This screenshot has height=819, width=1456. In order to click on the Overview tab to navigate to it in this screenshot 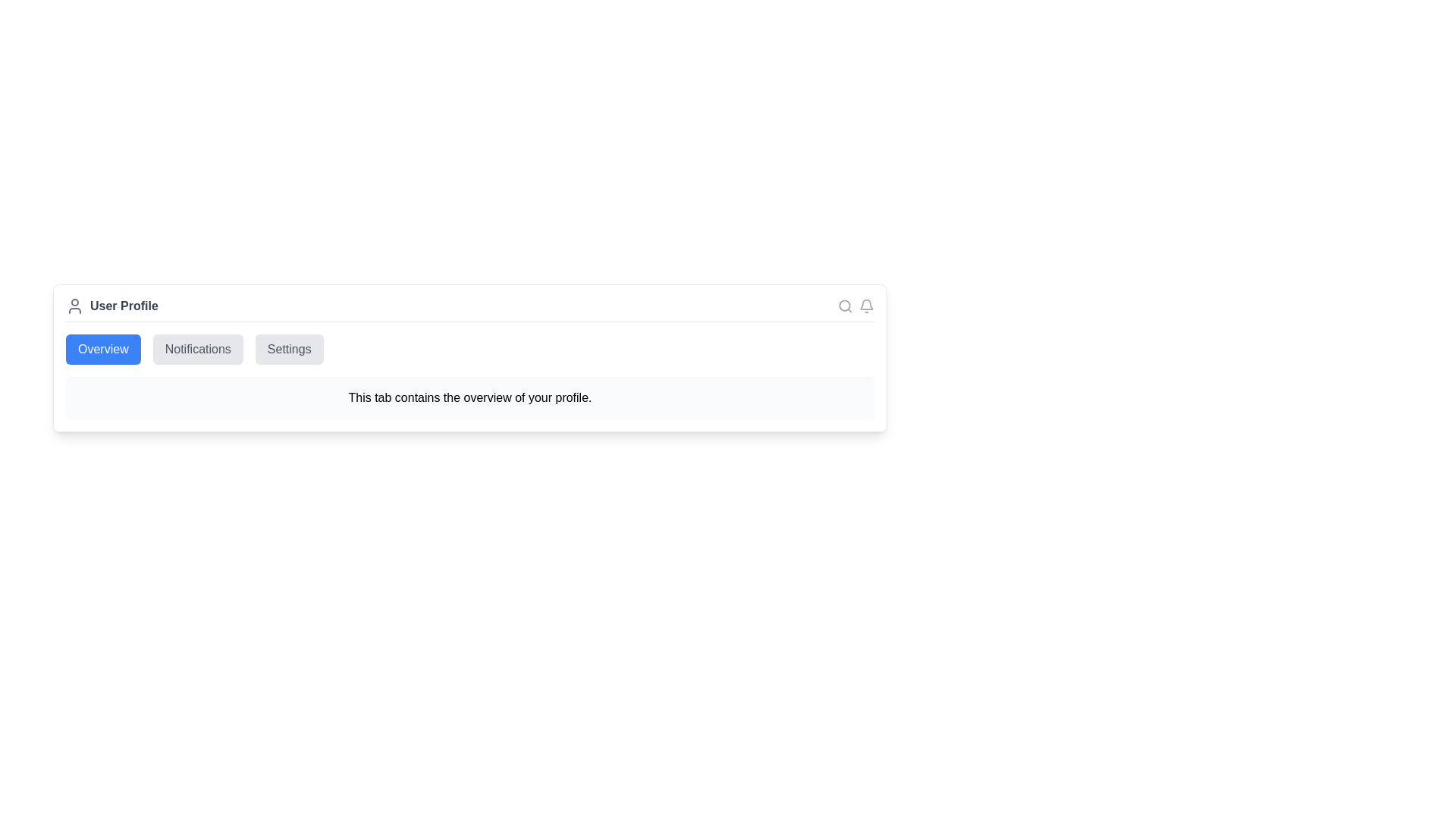, I will do `click(102, 350)`.